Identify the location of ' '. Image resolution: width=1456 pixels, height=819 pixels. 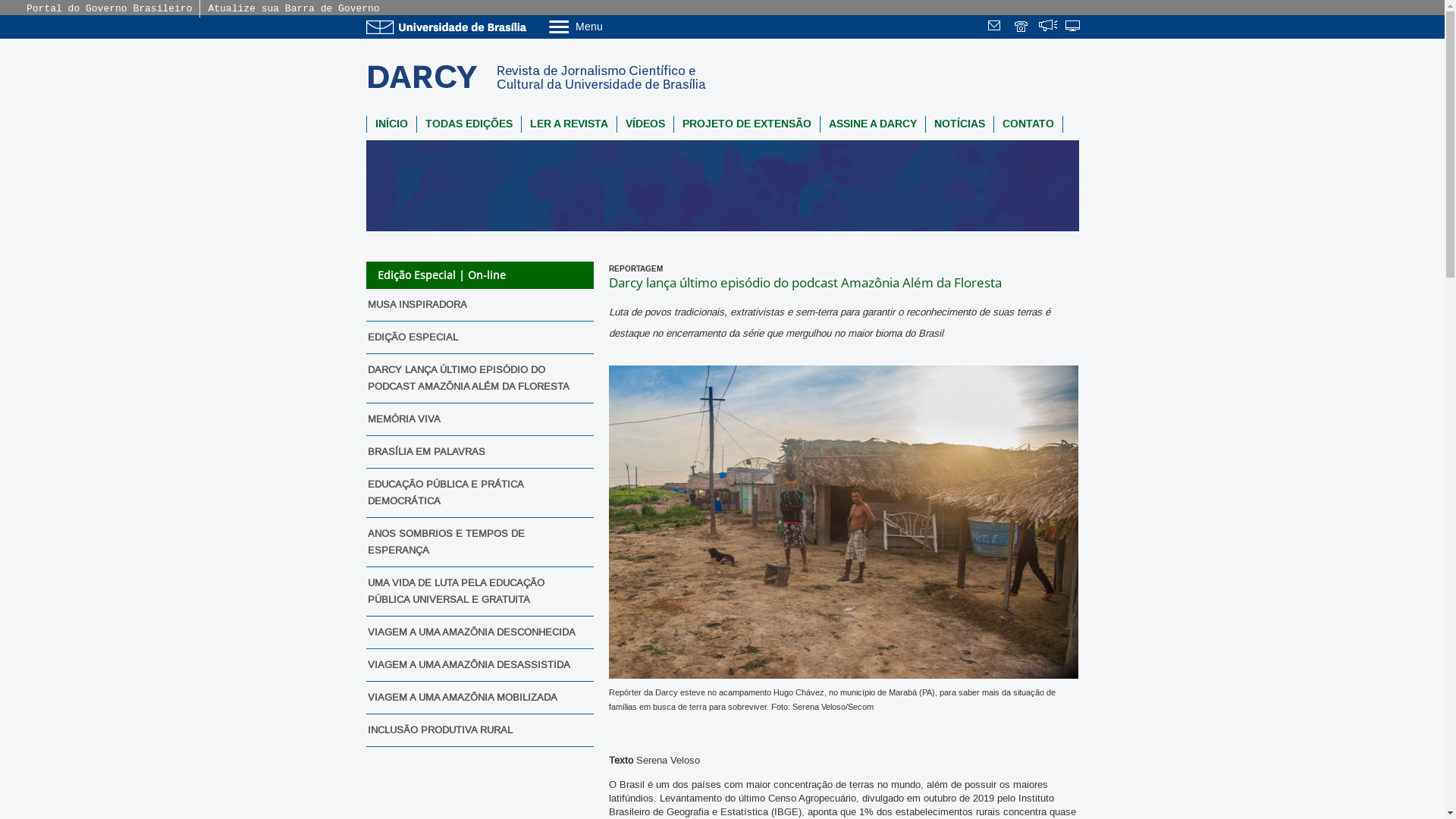
(987, 27).